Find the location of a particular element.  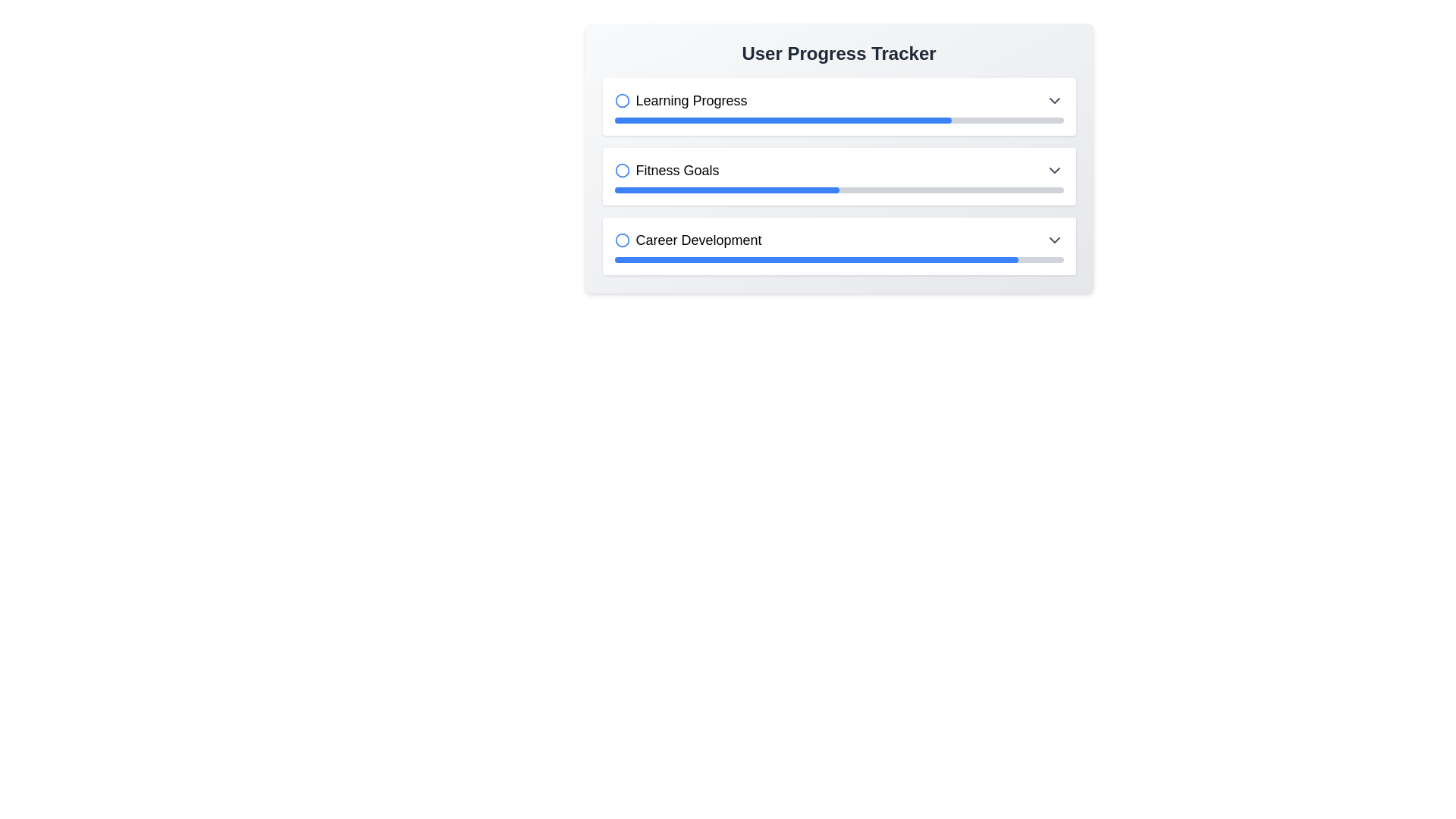

the small circular blue outline icon with a white background located beside the 'Learning Progress' text is located at coordinates (622, 100).